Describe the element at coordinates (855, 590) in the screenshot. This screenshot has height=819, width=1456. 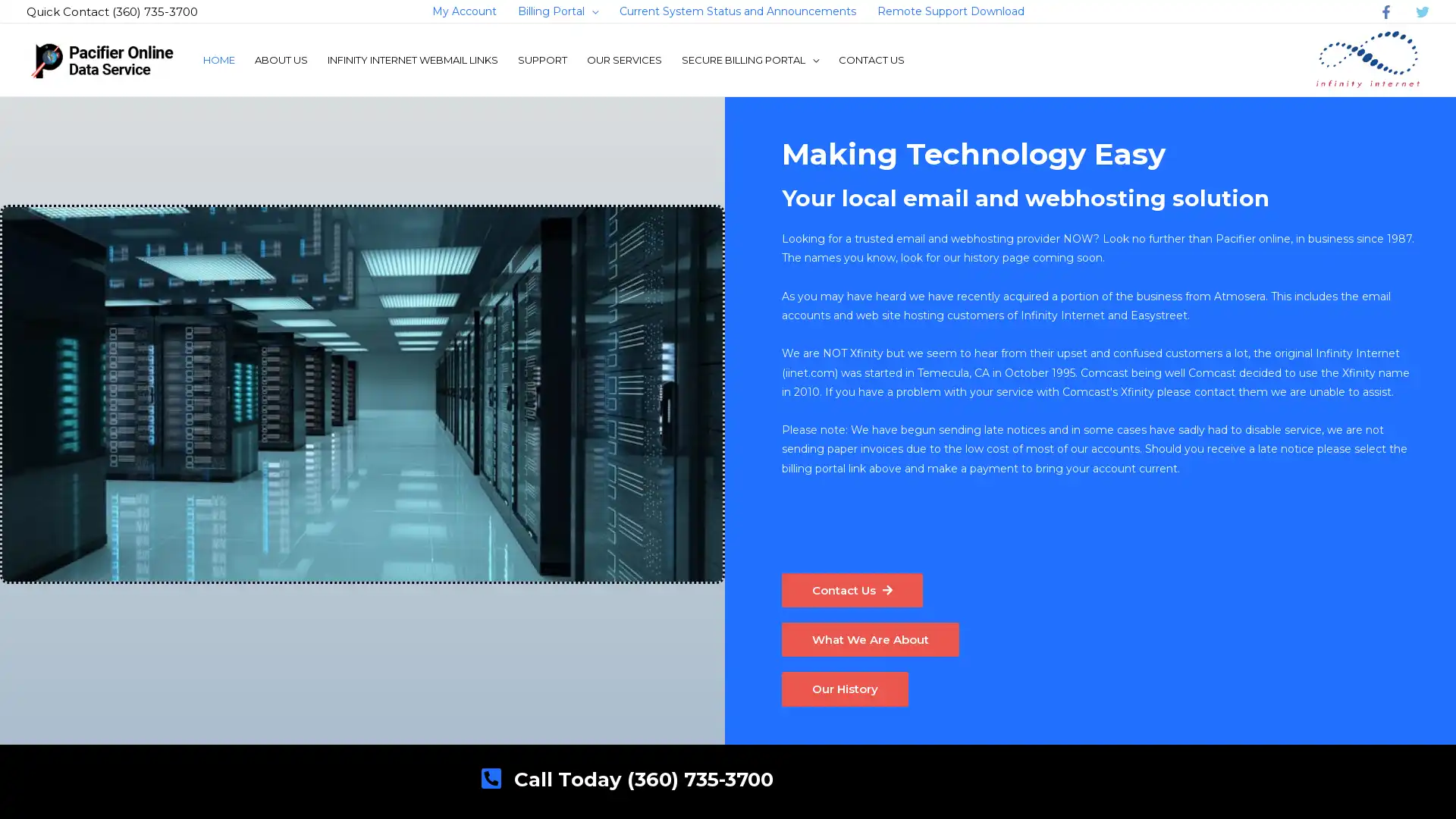
I see `Contact Us` at that location.